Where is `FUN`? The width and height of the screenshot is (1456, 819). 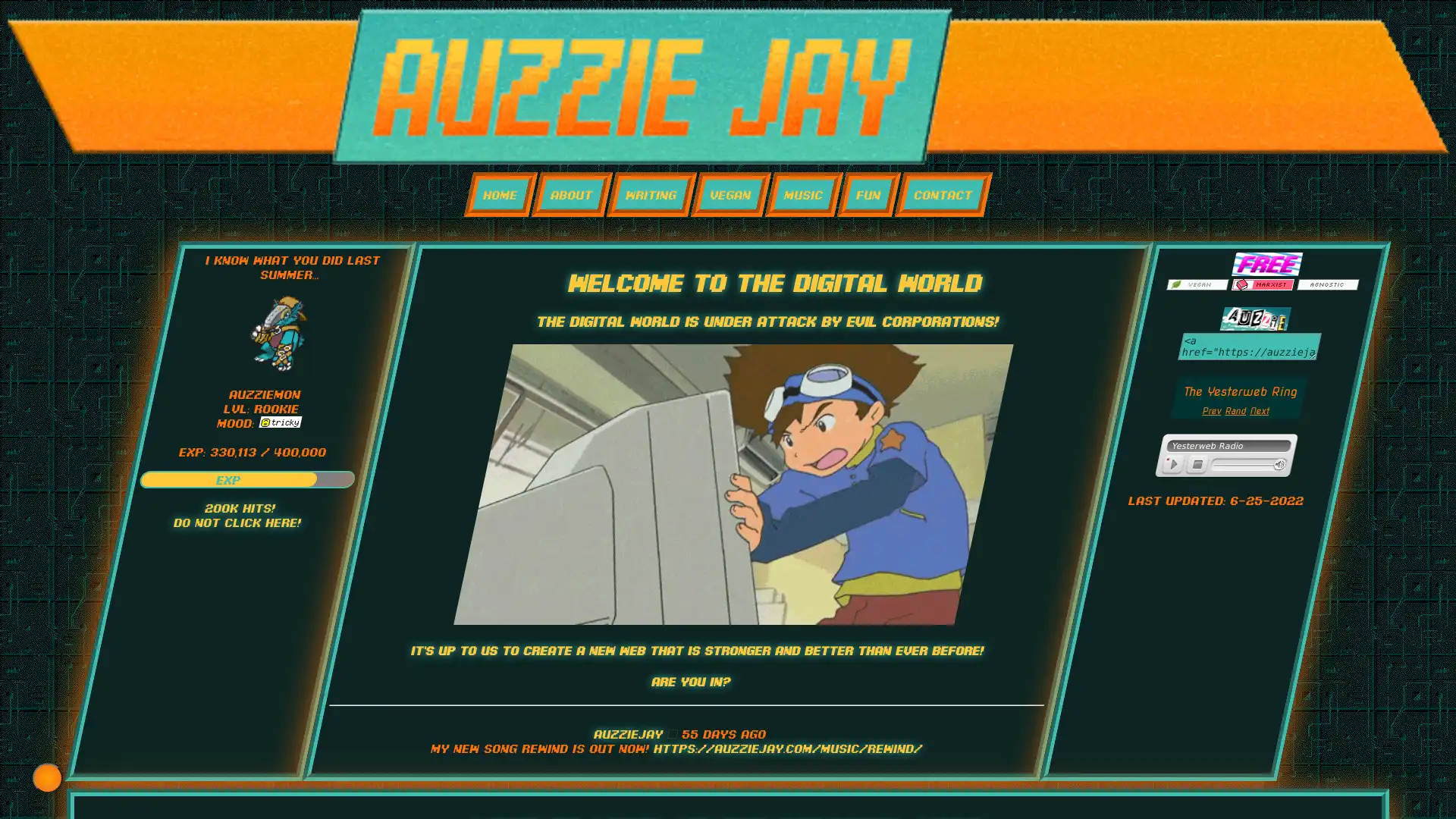
FUN is located at coordinates (868, 193).